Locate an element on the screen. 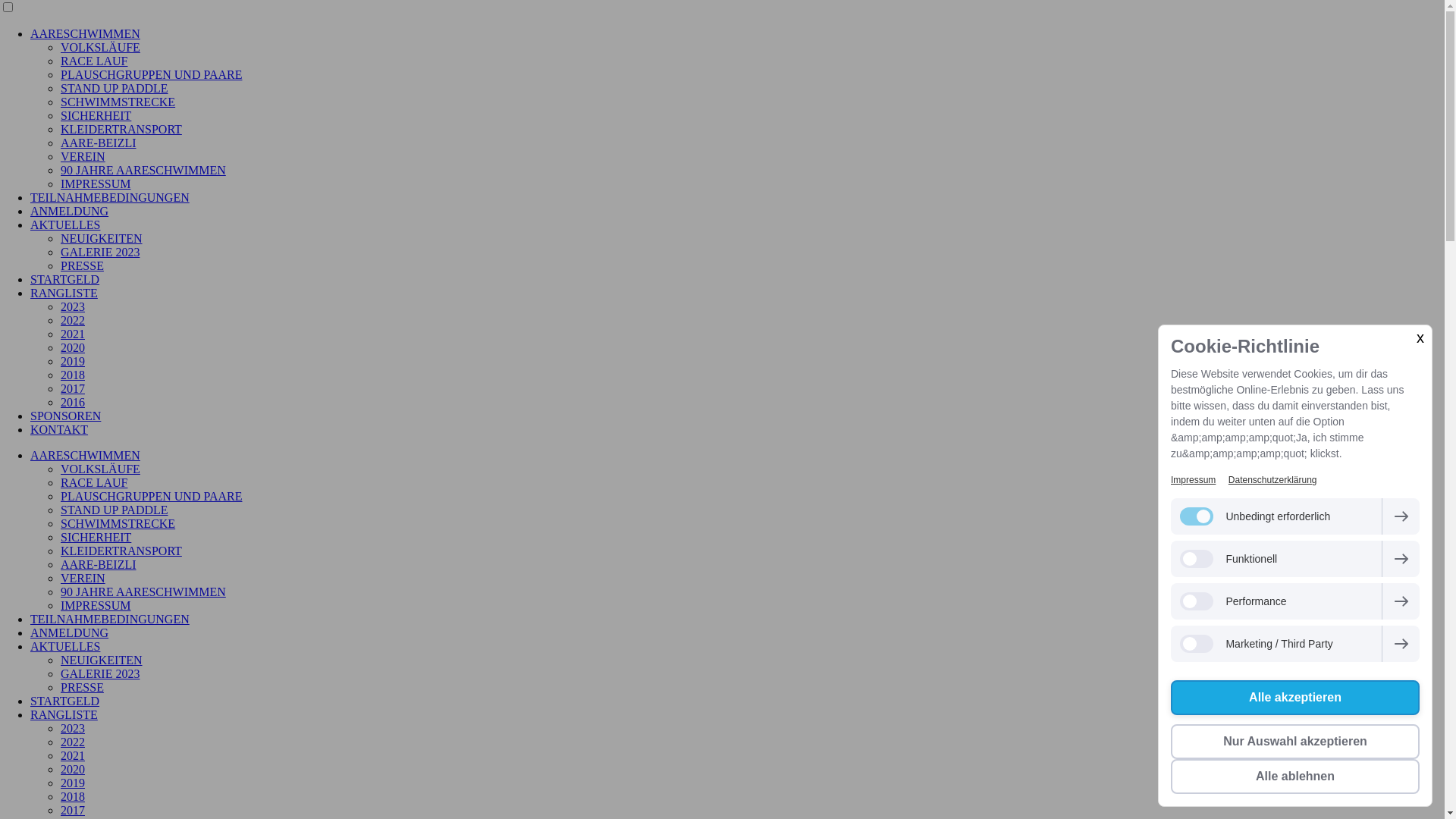 Image resolution: width=1456 pixels, height=819 pixels. '2019' is located at coordinates (72, 361).